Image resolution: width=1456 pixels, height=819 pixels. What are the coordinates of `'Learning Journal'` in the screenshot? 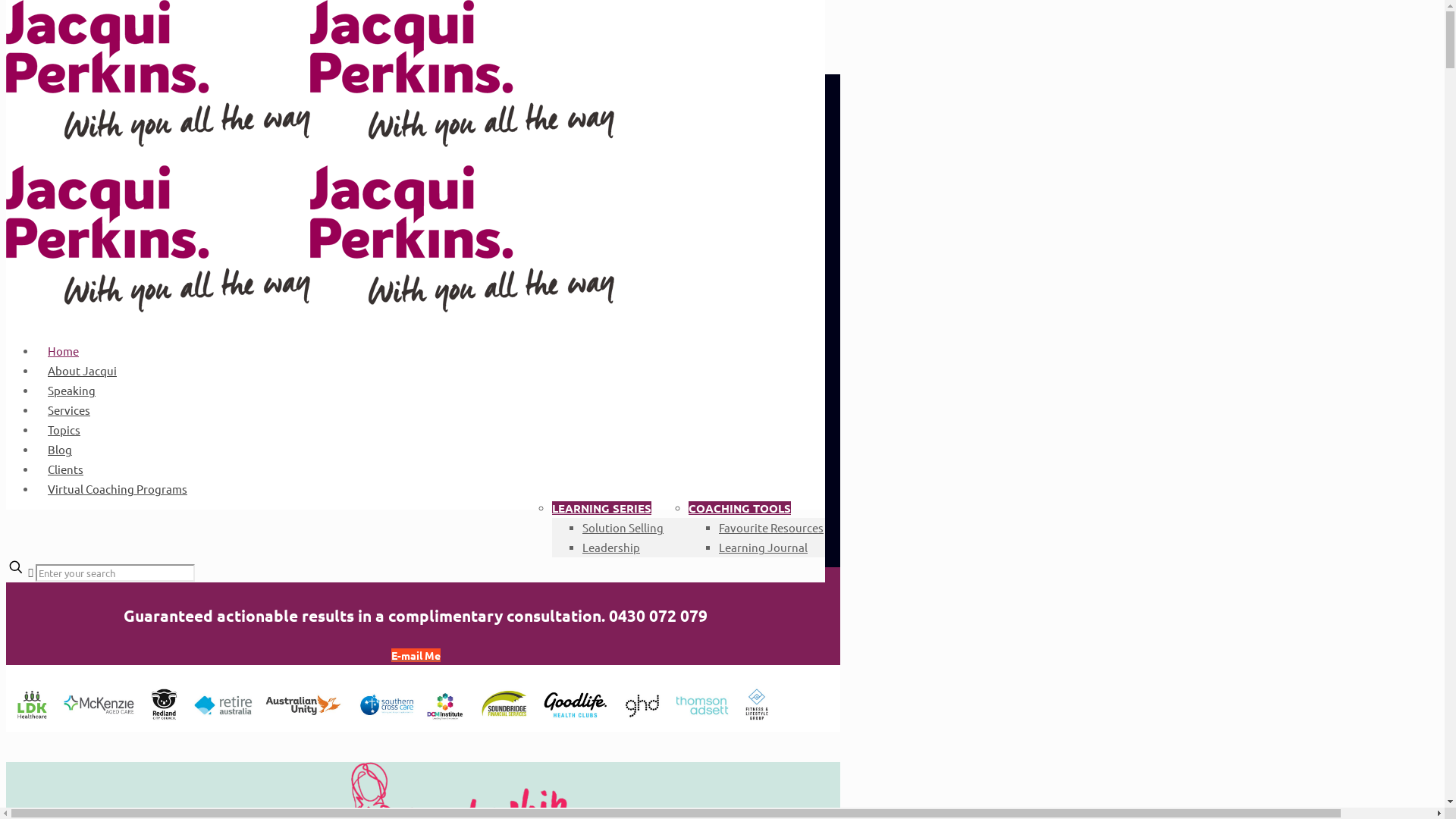 It's located at (763, 547).